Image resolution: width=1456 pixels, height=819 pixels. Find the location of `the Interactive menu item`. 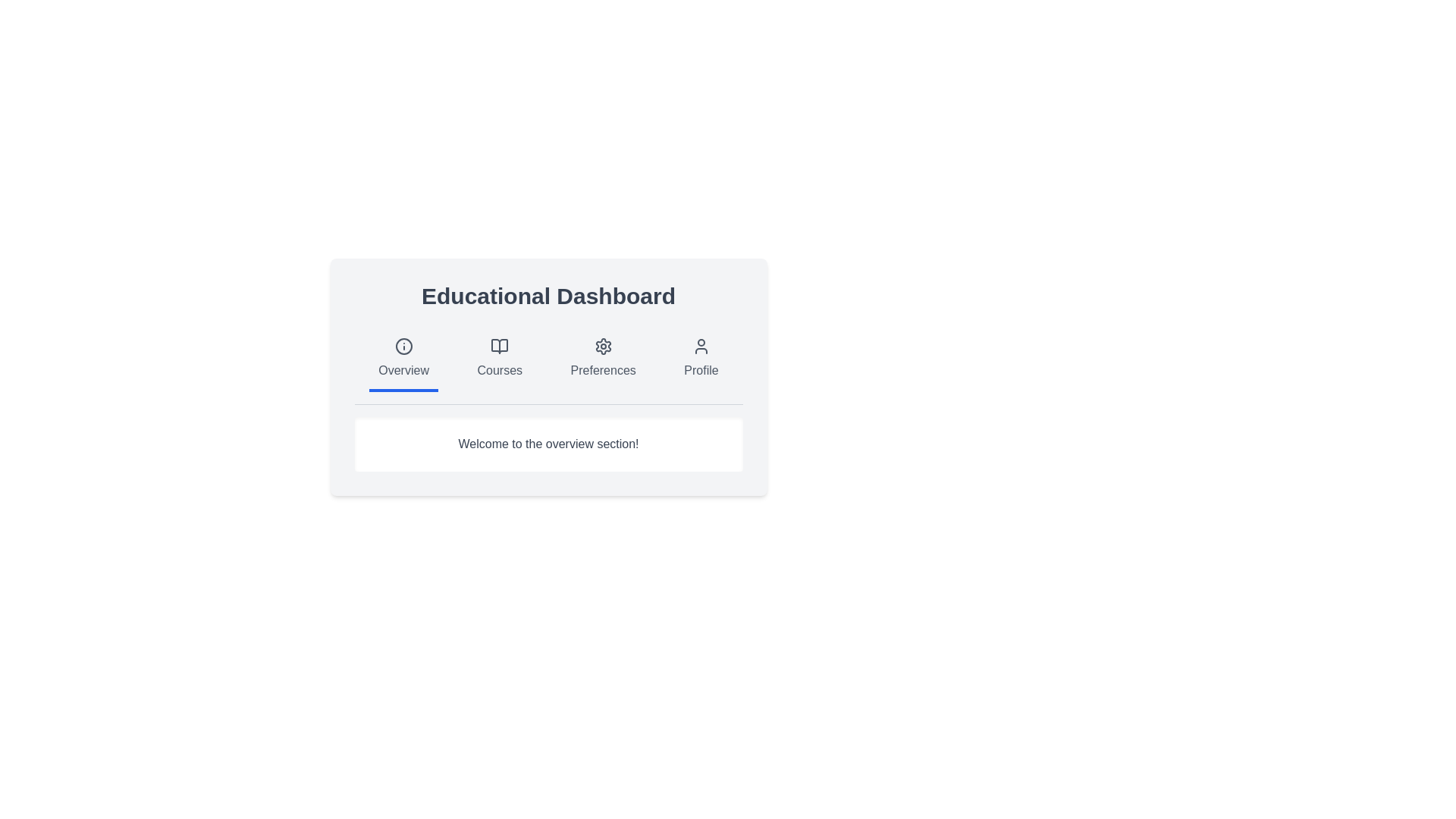

the Interactive menu item is located at coordinates (701, 359).